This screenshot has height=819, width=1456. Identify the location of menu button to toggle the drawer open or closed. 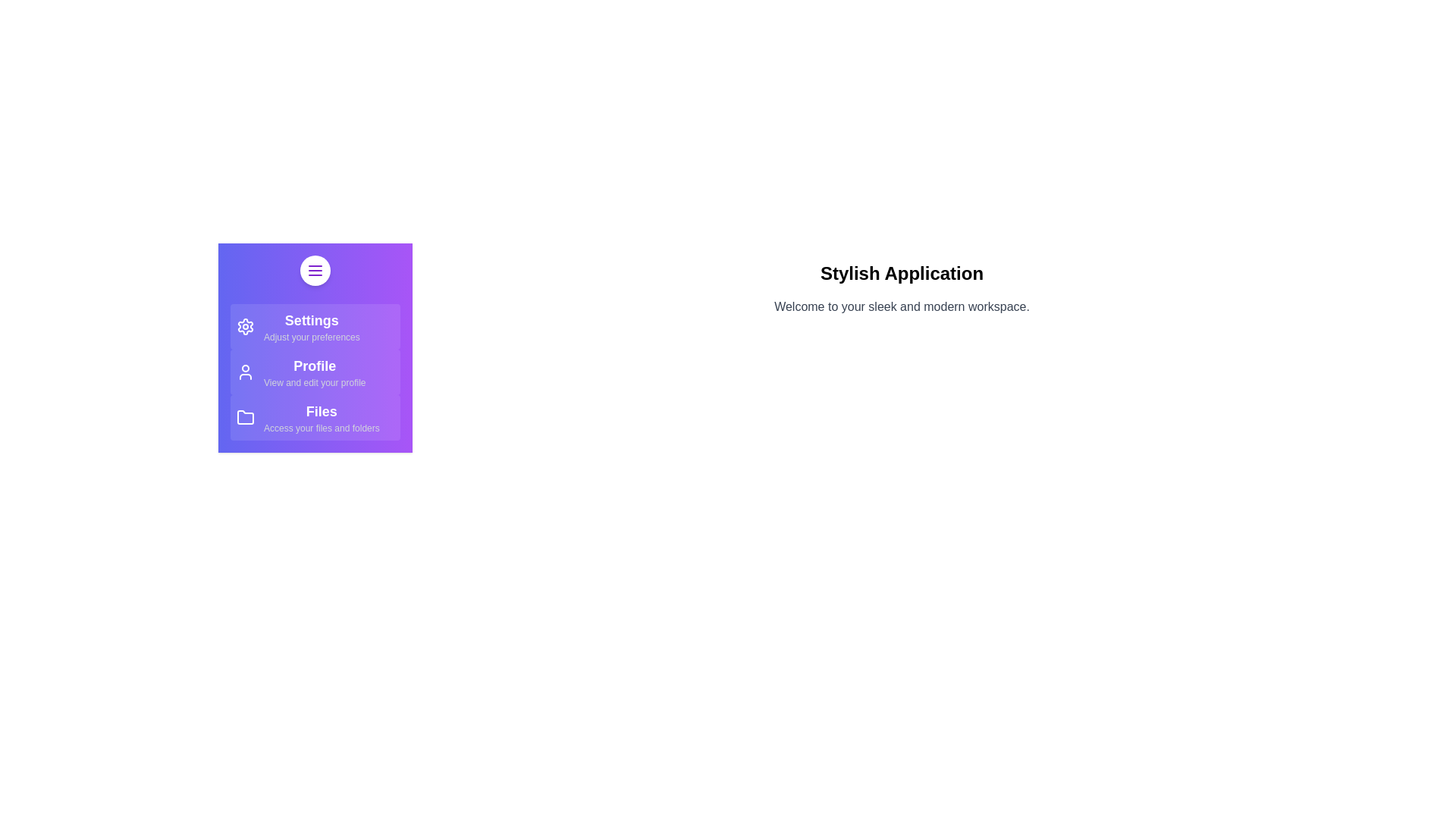
(315, 270).